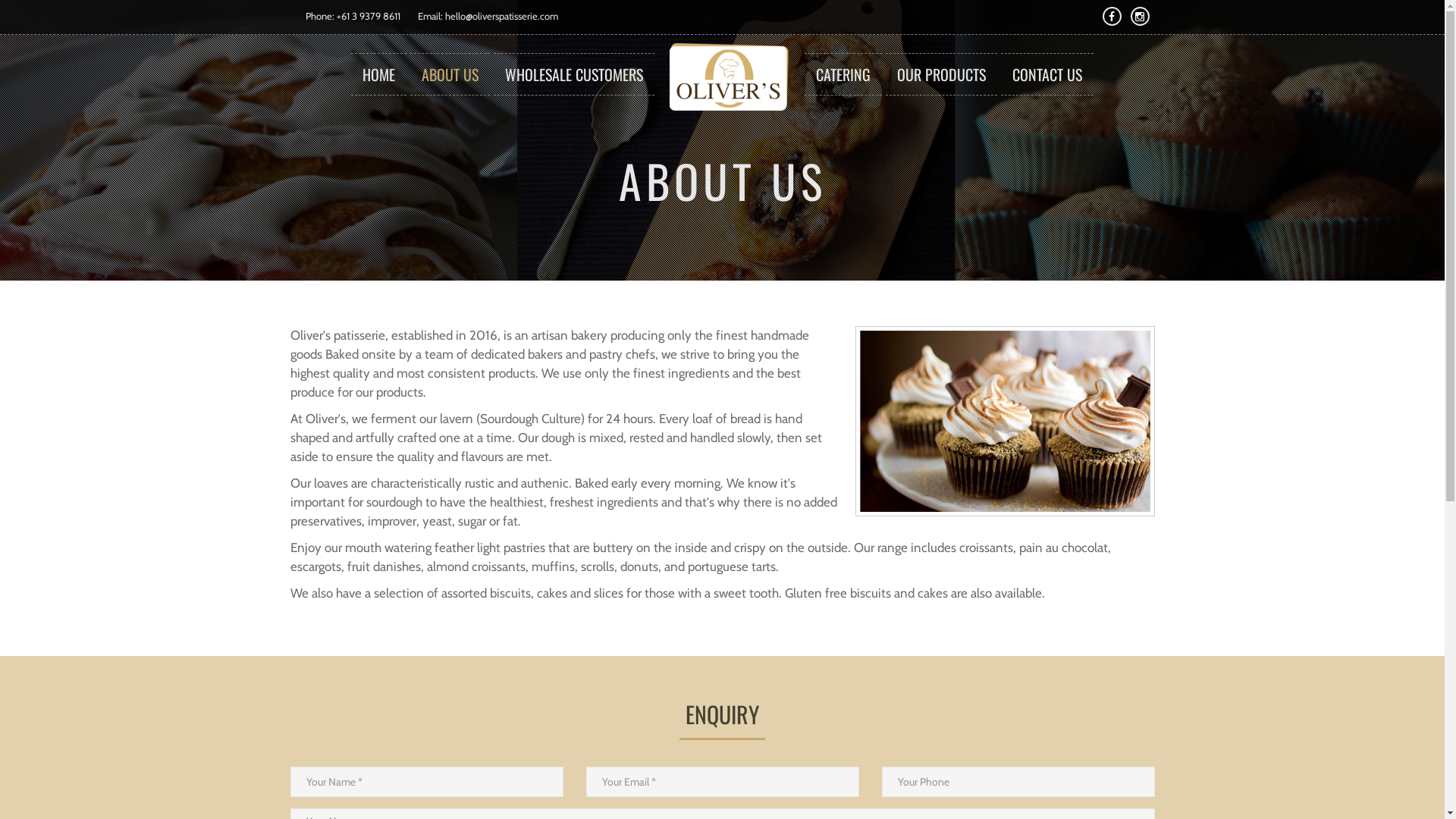 This screenshot has height=819, width=1456. I want to click on 'CONTACT US', so click(1046, 74).